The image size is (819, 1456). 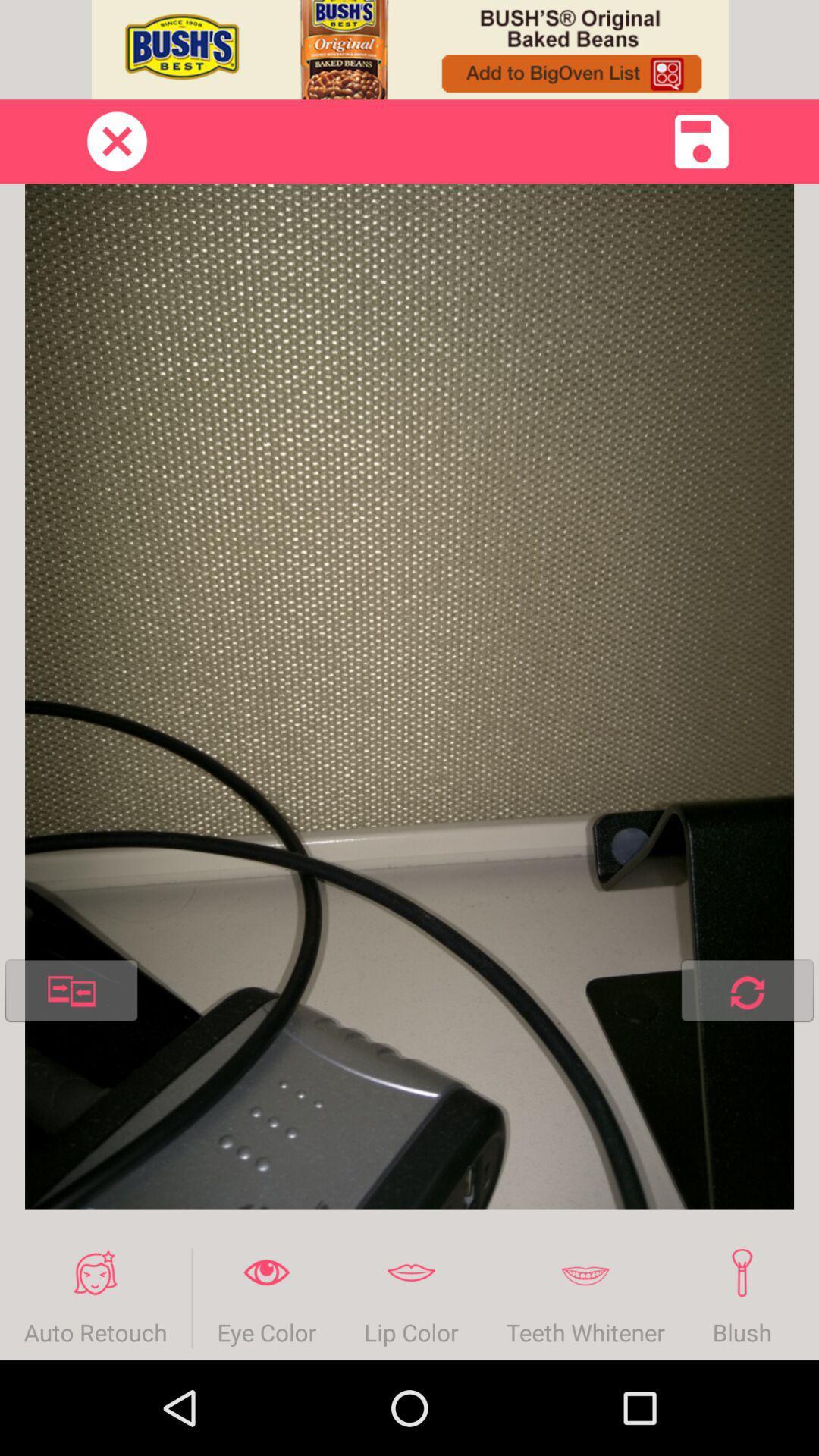 I want to click on the lip color item, so click(x=411, y=1298).